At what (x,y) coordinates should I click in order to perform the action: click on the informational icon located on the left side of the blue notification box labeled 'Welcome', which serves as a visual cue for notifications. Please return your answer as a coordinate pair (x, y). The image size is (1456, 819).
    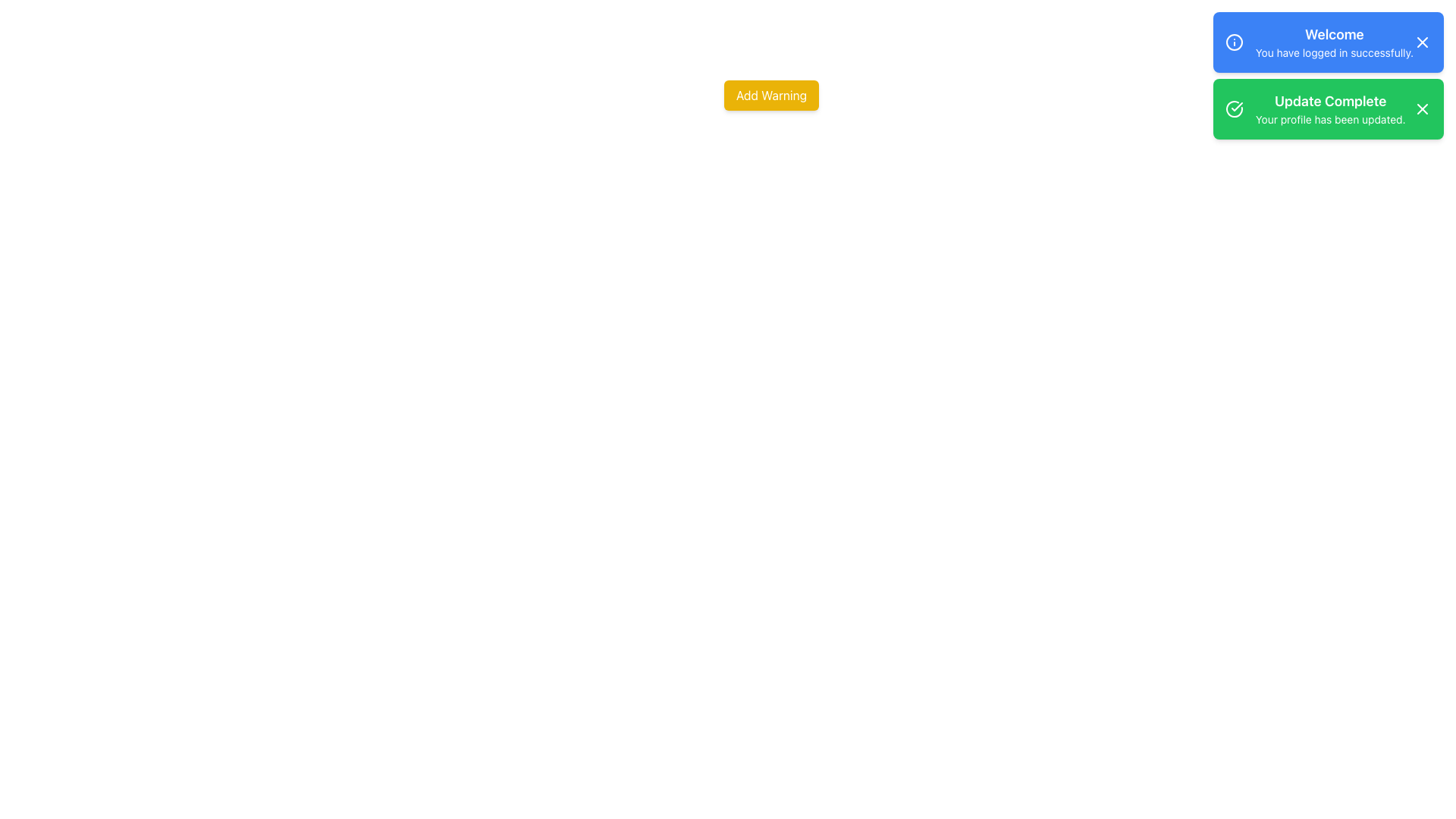
    Looking at the image, I should click on (1234, 42).